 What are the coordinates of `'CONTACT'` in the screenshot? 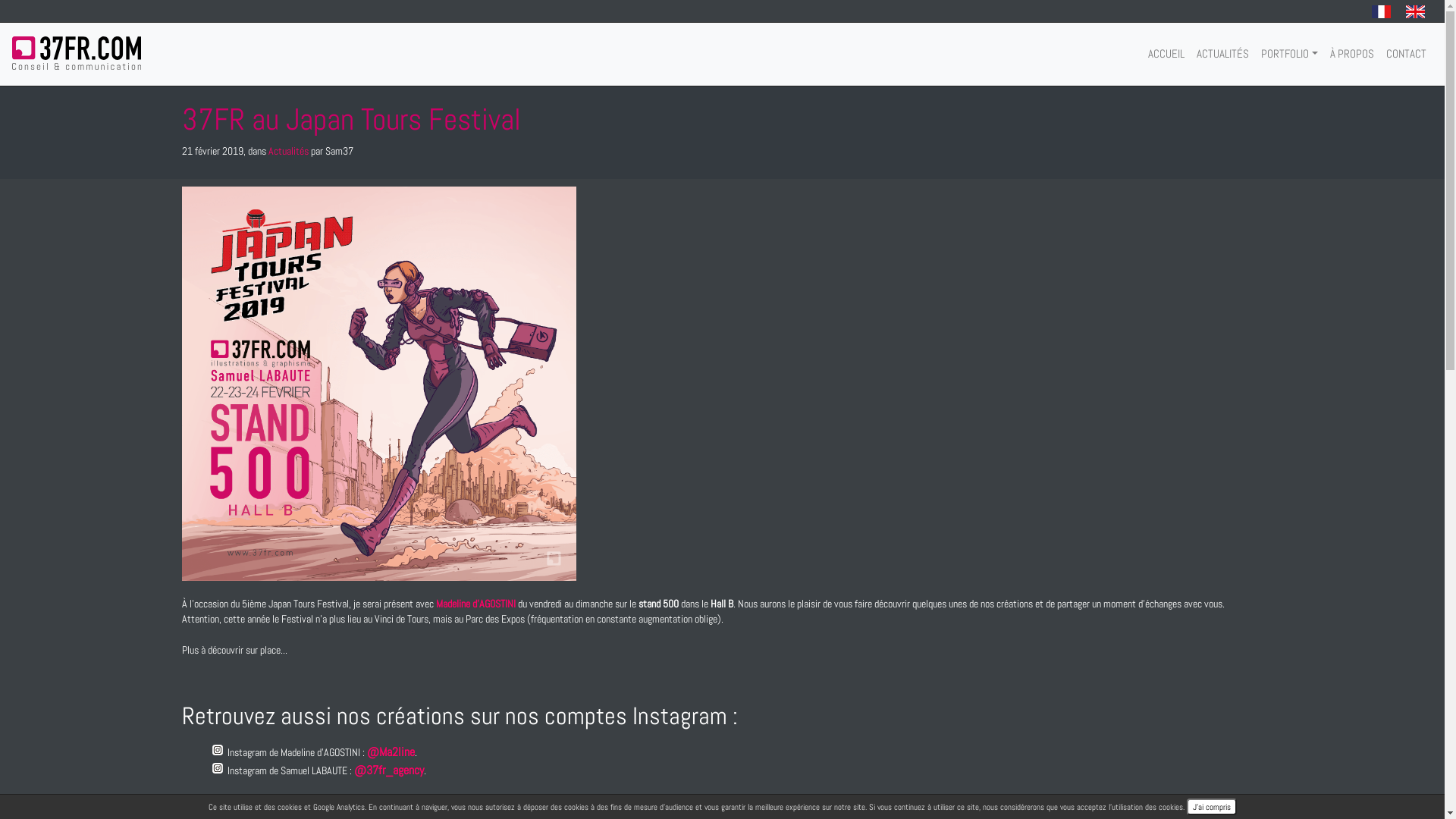 It's located at (1405, 52).